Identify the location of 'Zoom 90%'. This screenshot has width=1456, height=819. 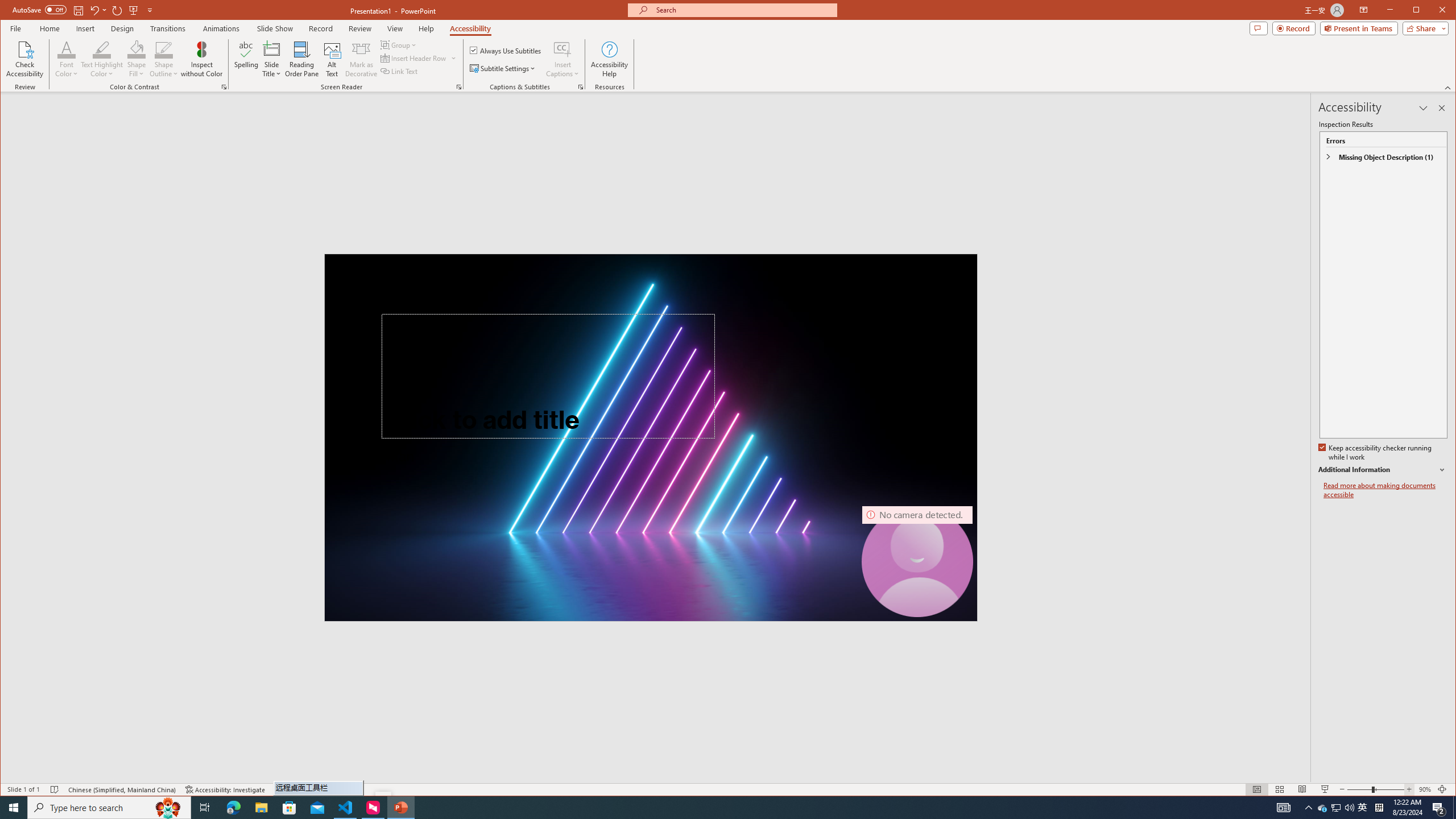
(1424, 789).